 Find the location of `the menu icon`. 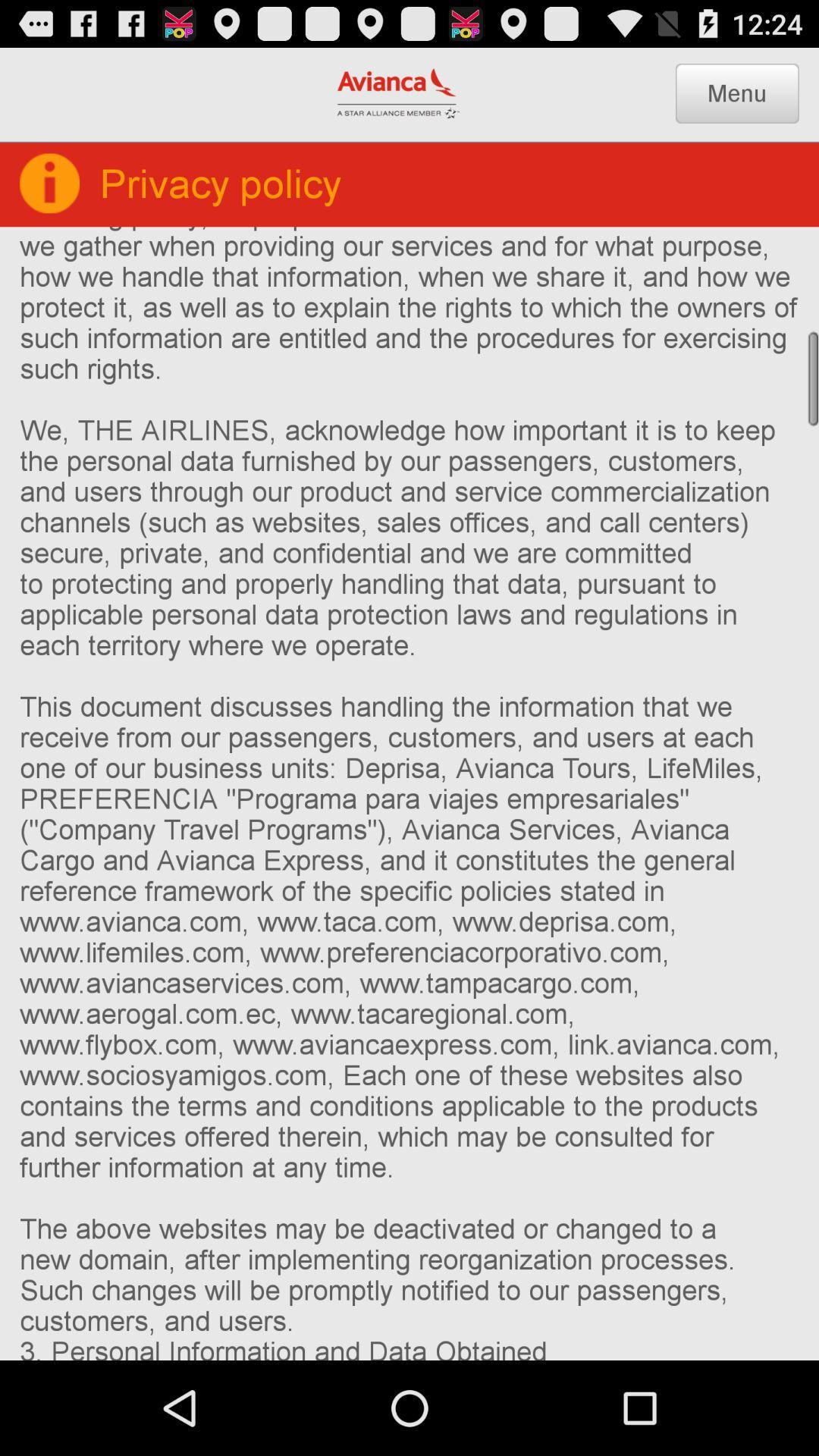

the menu icon is located at coordinates (736, 93).